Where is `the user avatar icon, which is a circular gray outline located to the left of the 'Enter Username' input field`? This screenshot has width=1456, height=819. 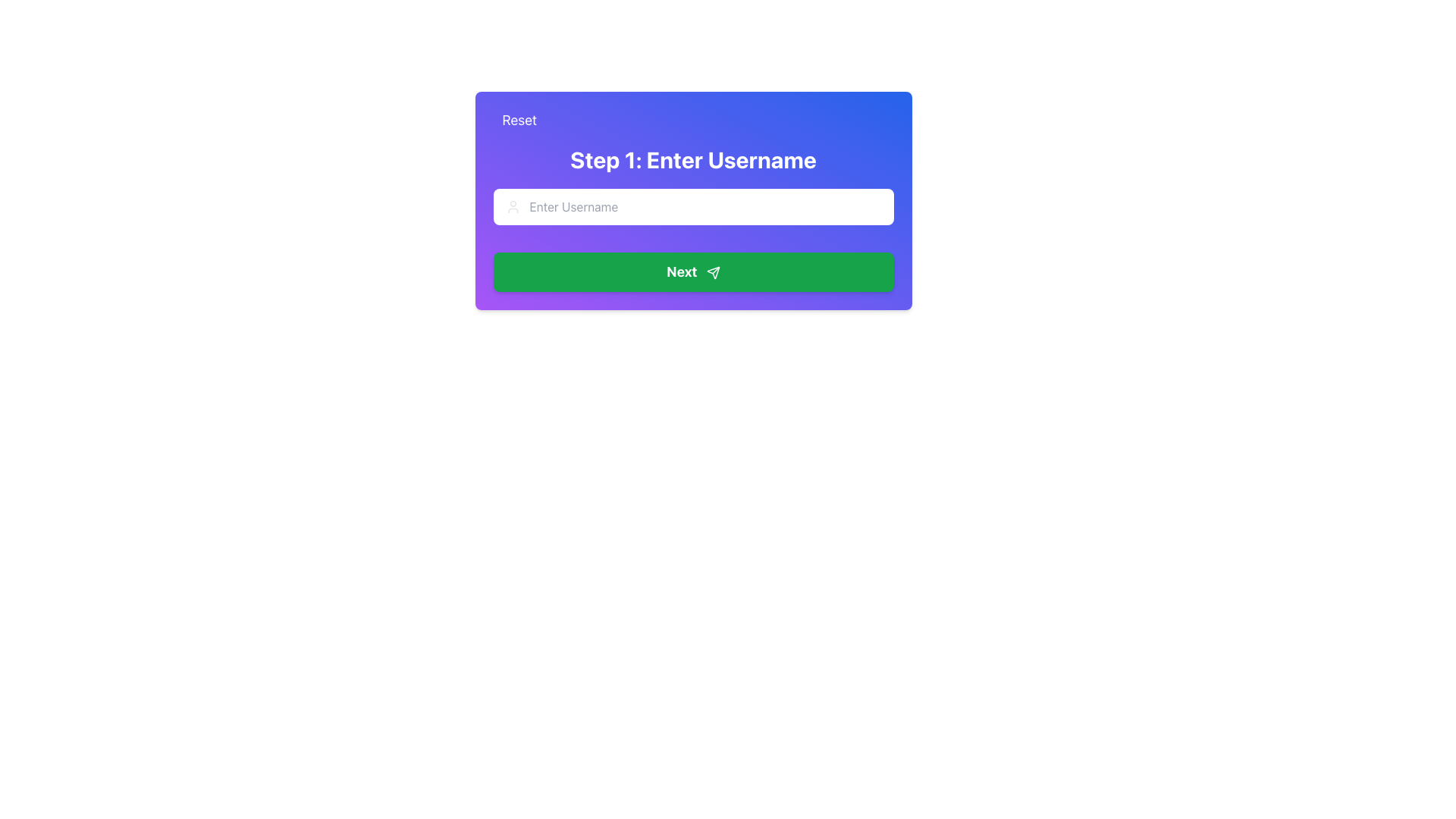
the user avatar icon, which is a circular gray outline located to the left of the 'Enter Username' input field is located at coordinates (513, 207).